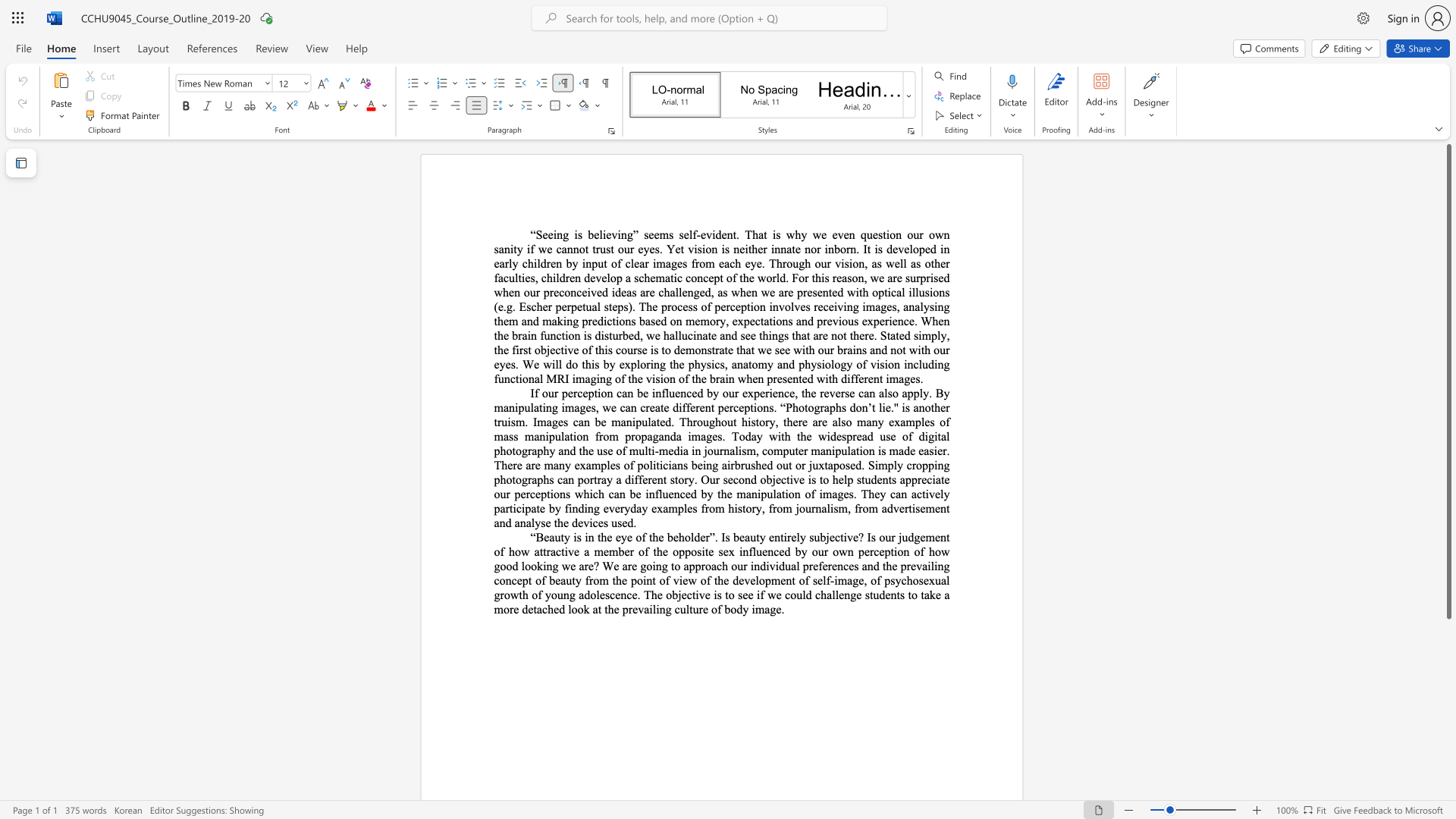 This screenshot has width=1456, height=819. I want to click on the scrollbar to scroll the page down, so click(1448, 751).